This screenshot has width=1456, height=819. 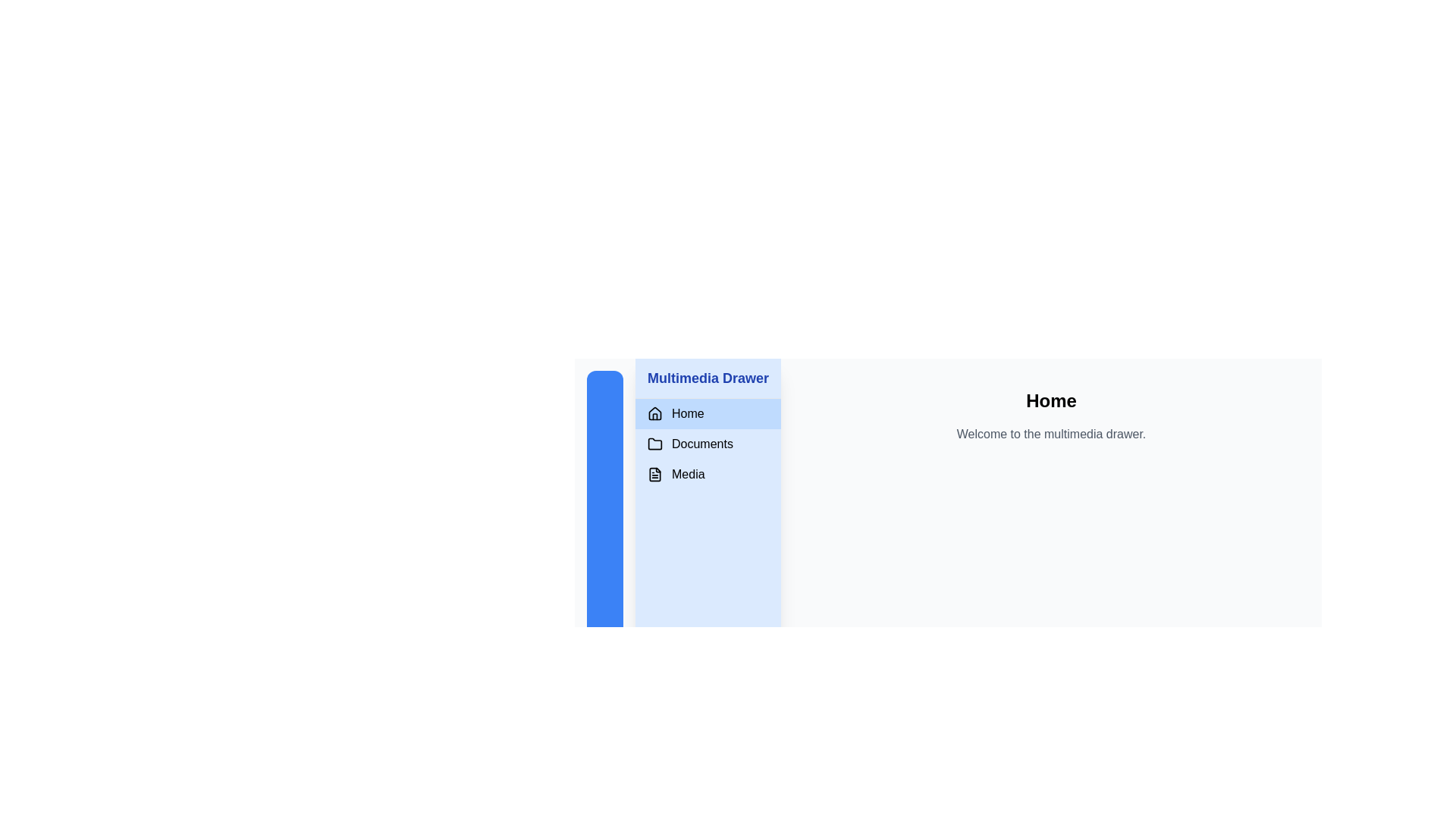 I want to click on the second item in the 'Multimedia Drawer' navigation menu, so click(x=708, y=444).